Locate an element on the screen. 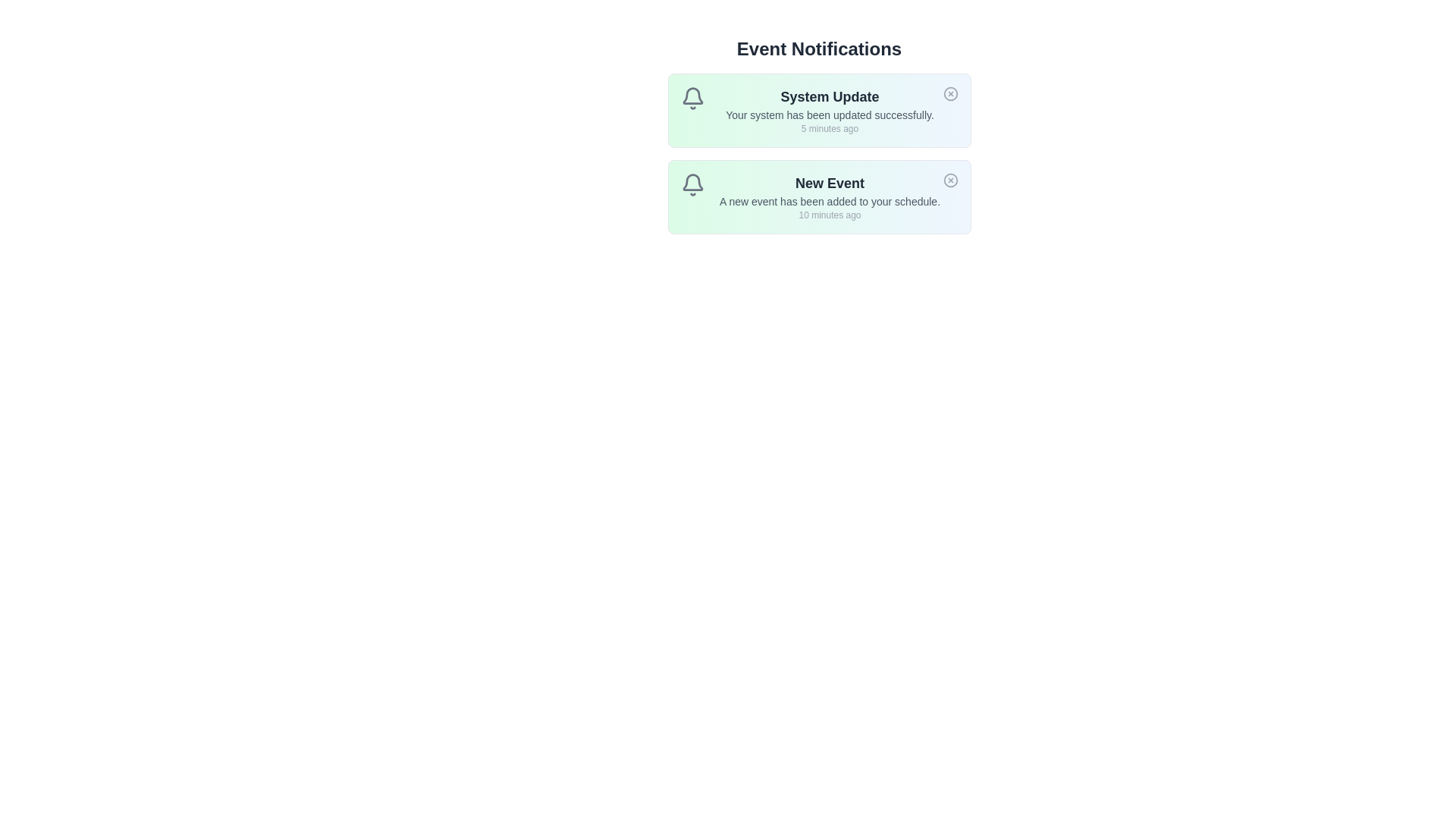 The image size is (1456, 819). the bell icon to inspect its tooltip or effect is located at coordinates (692, 99).